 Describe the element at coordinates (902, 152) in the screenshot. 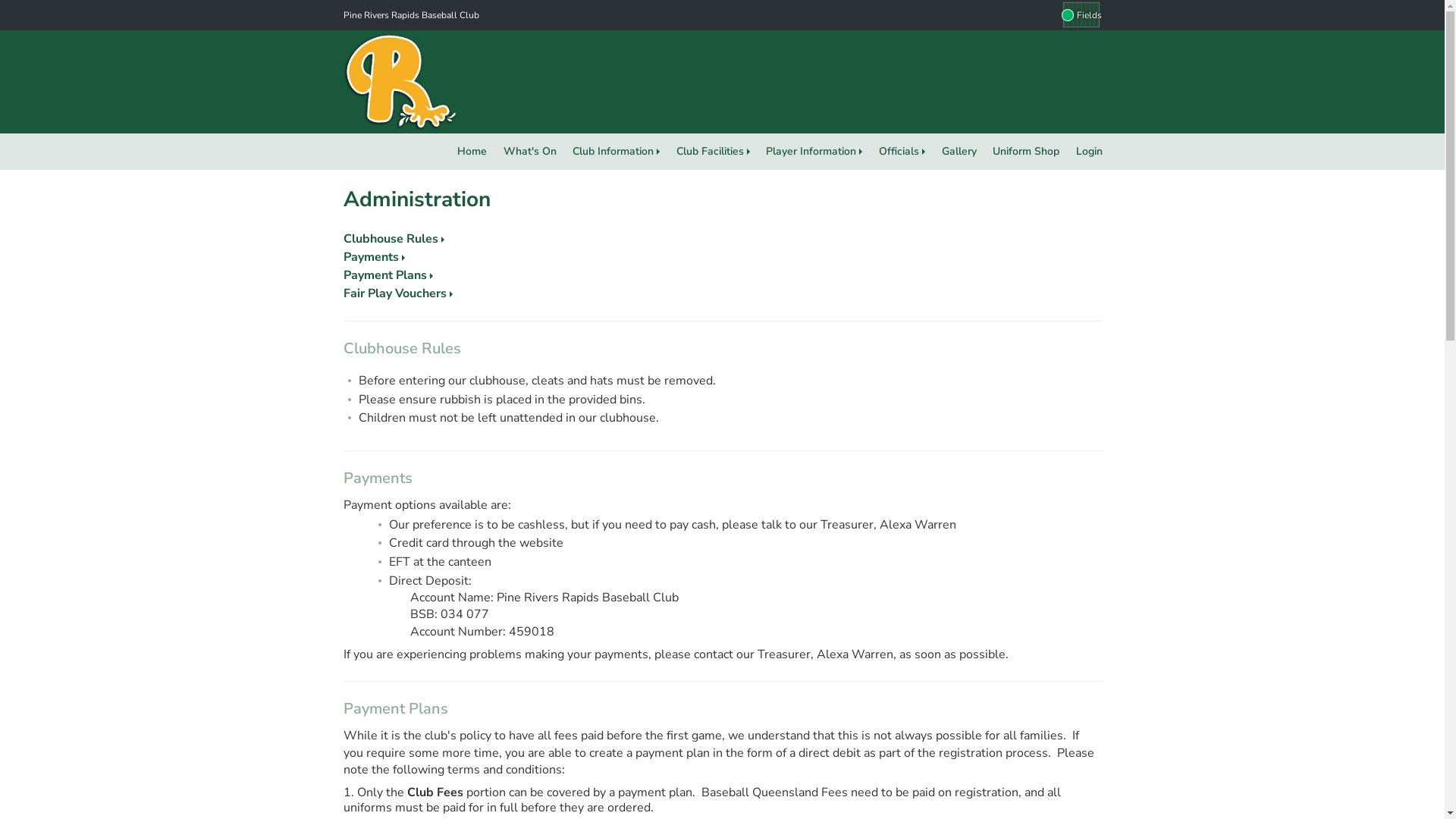

I see `'Officials'` at that location.